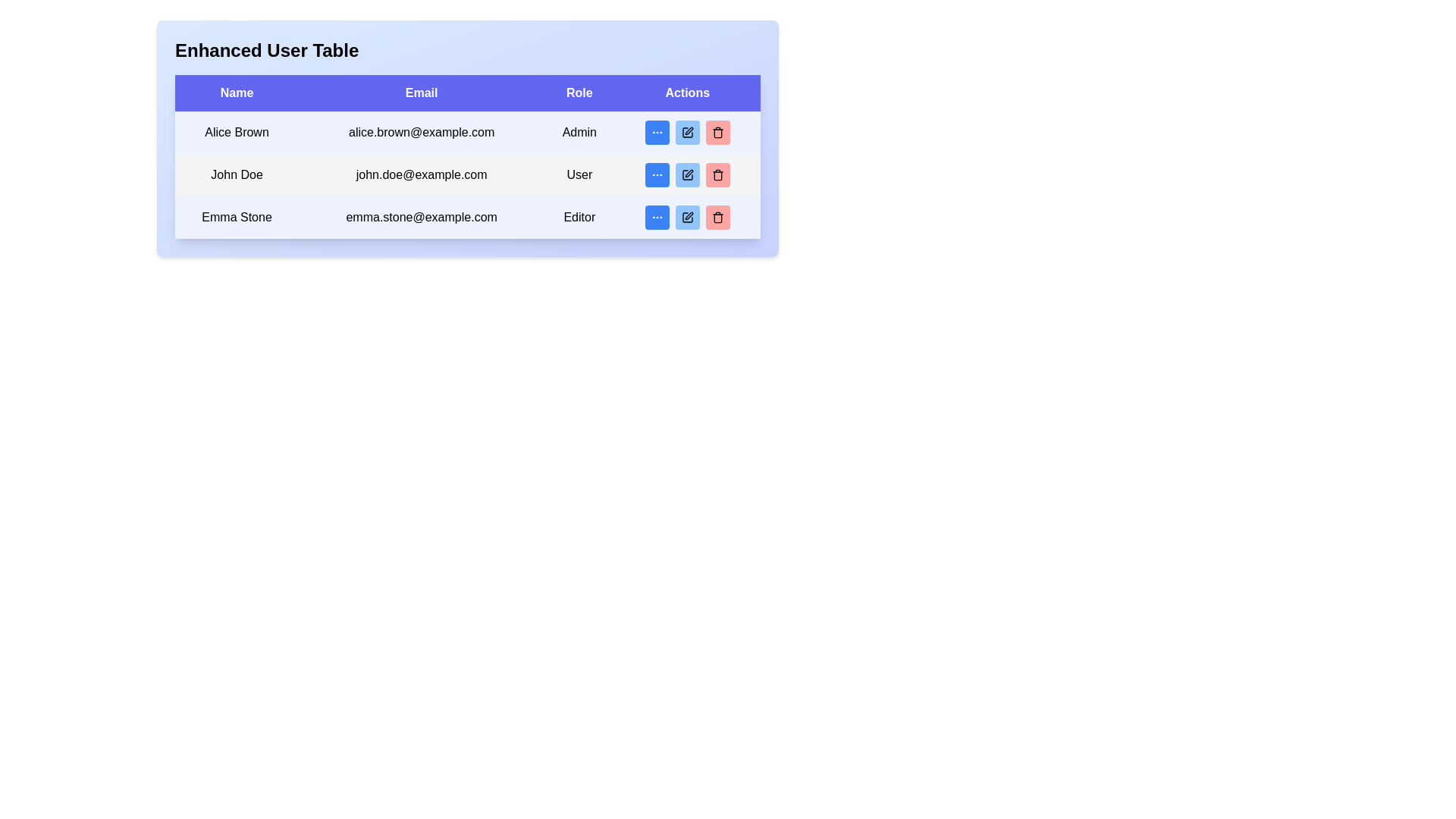  What do you see at coordinates (467, 174) in the screenshot?
I see `the second row of the user details table` at bounding box center [467, 174].